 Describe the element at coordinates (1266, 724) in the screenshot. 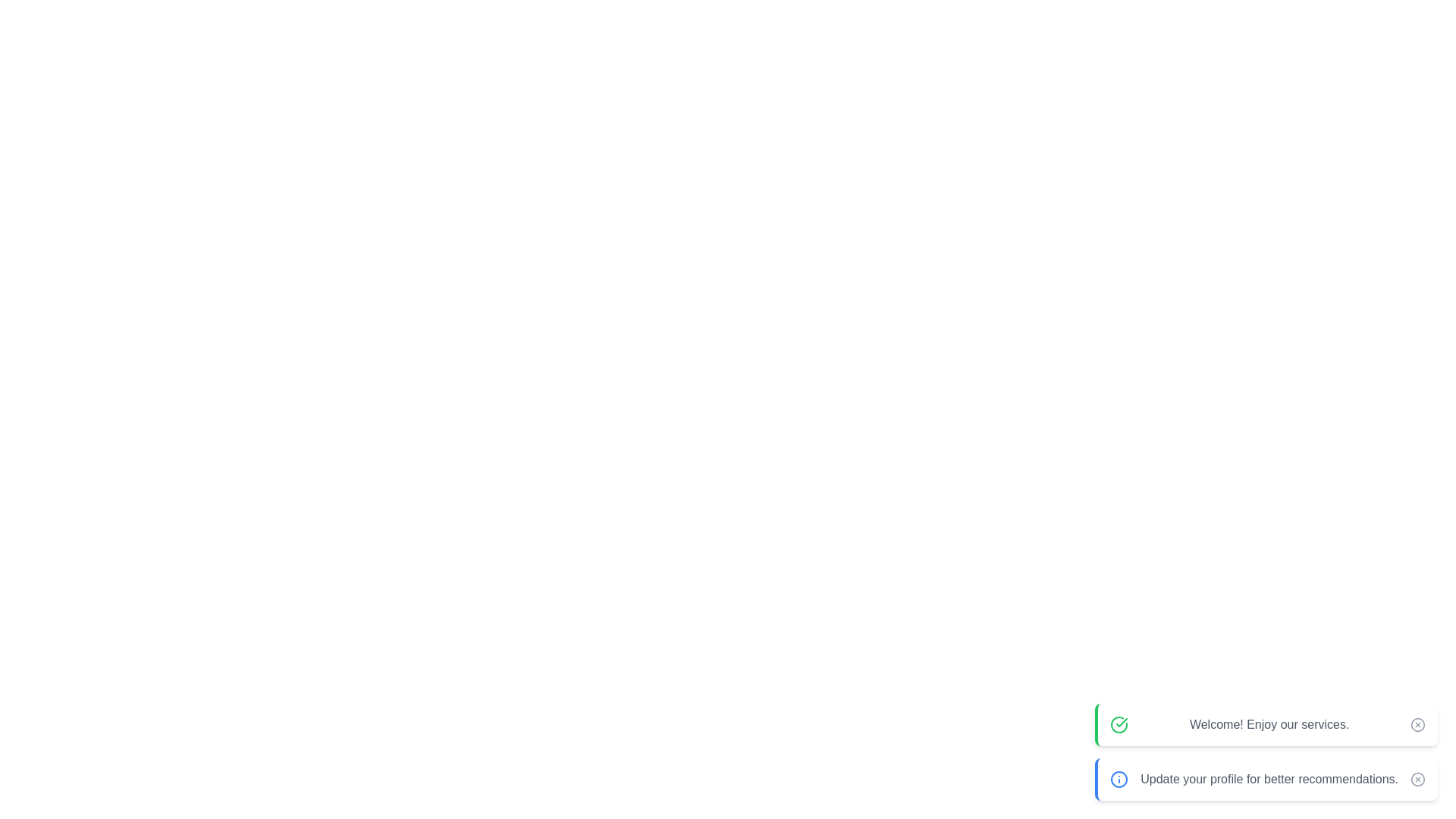

I see `the notification with the message 'Welcome! Enjoy our services.' to observe its hover effect` at that location.